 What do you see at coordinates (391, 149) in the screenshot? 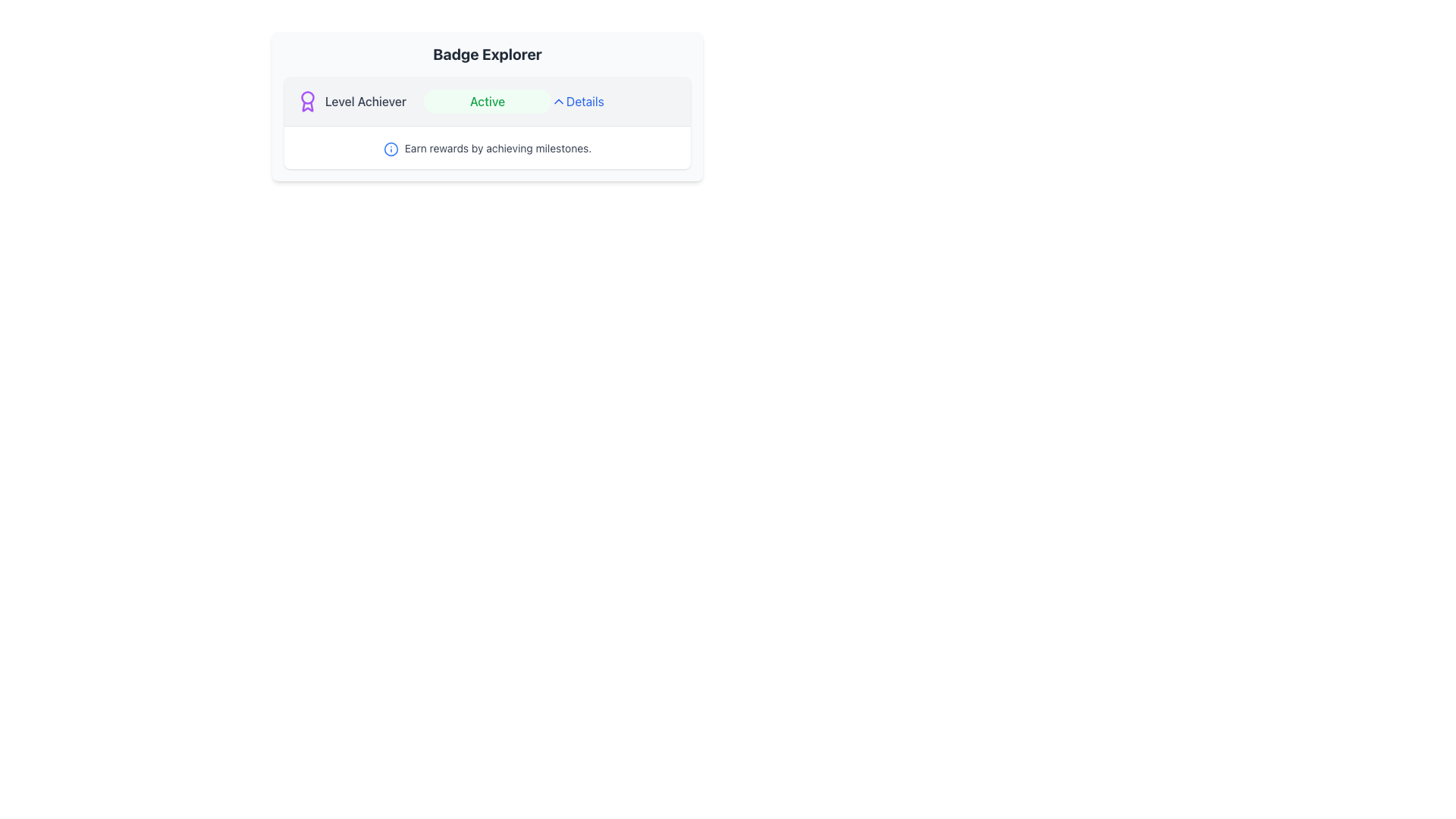
I see `the circular part of the SVG graphic in the 'Badge Explorer' box, located to the left of the text 'Earn rewards by achieving milestones.'` at bounding box center [391, 149].